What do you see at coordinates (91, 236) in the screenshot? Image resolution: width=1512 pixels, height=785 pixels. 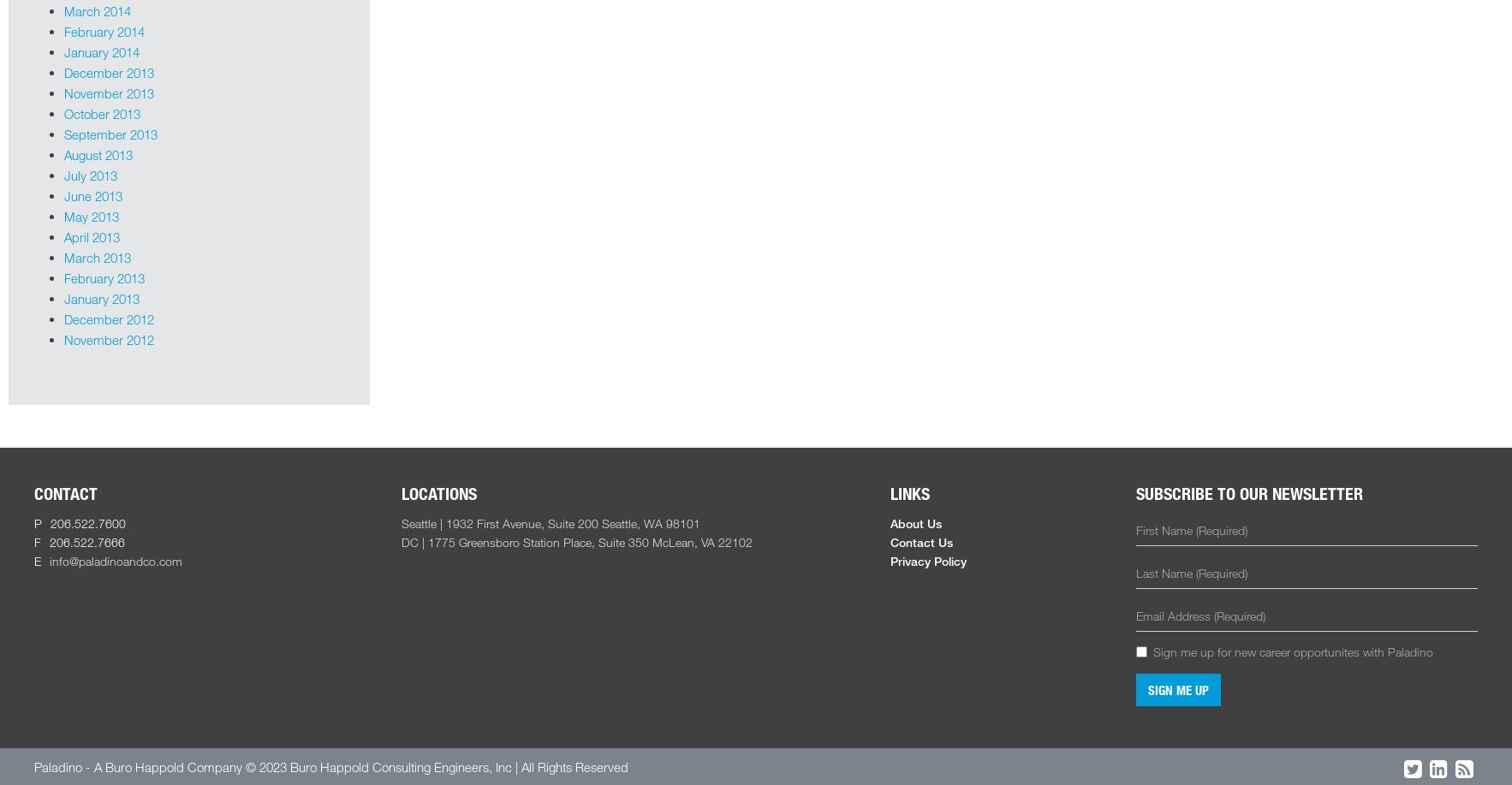 I see `'April 2013'` at bounding box center [91, 236].